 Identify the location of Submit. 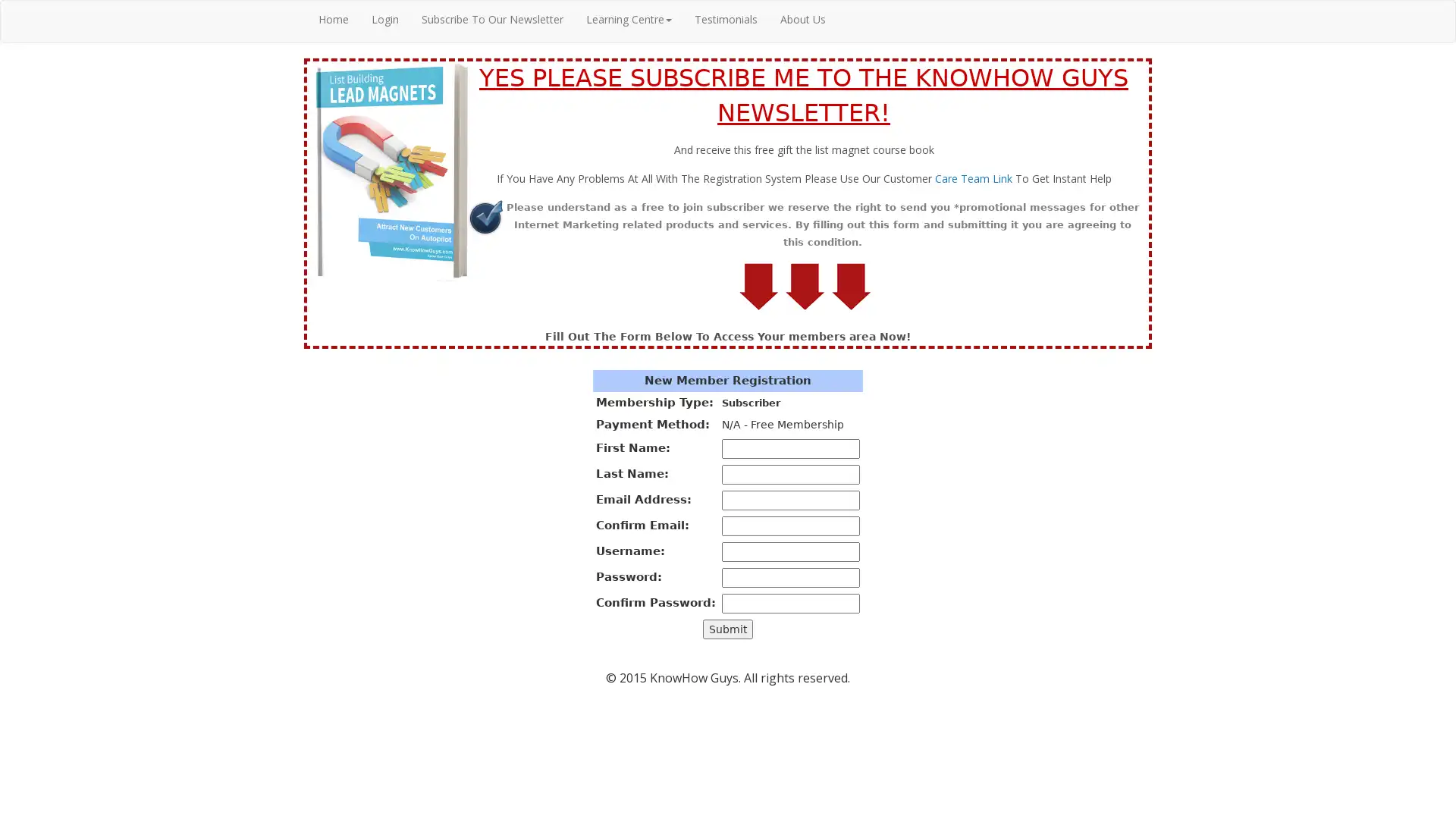
(728, 629).